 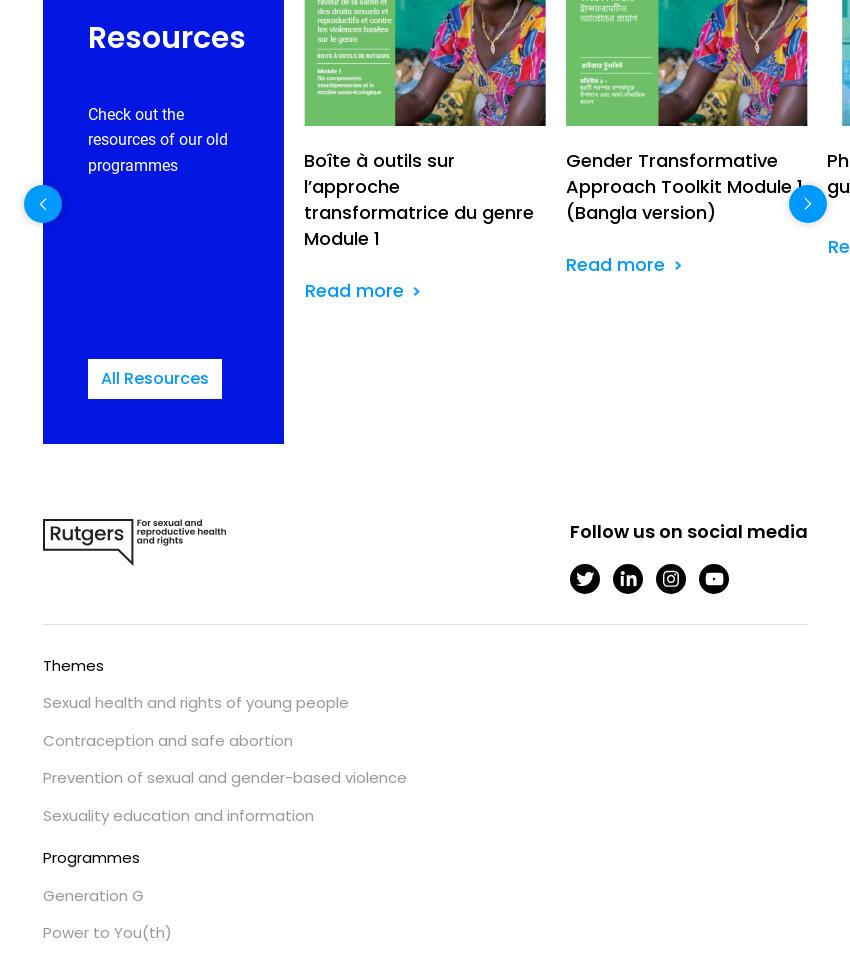 I want to click on 'Gender Transformative Approach Toolkit Module 1 (Bangla version)', so click(x=682, y=185).